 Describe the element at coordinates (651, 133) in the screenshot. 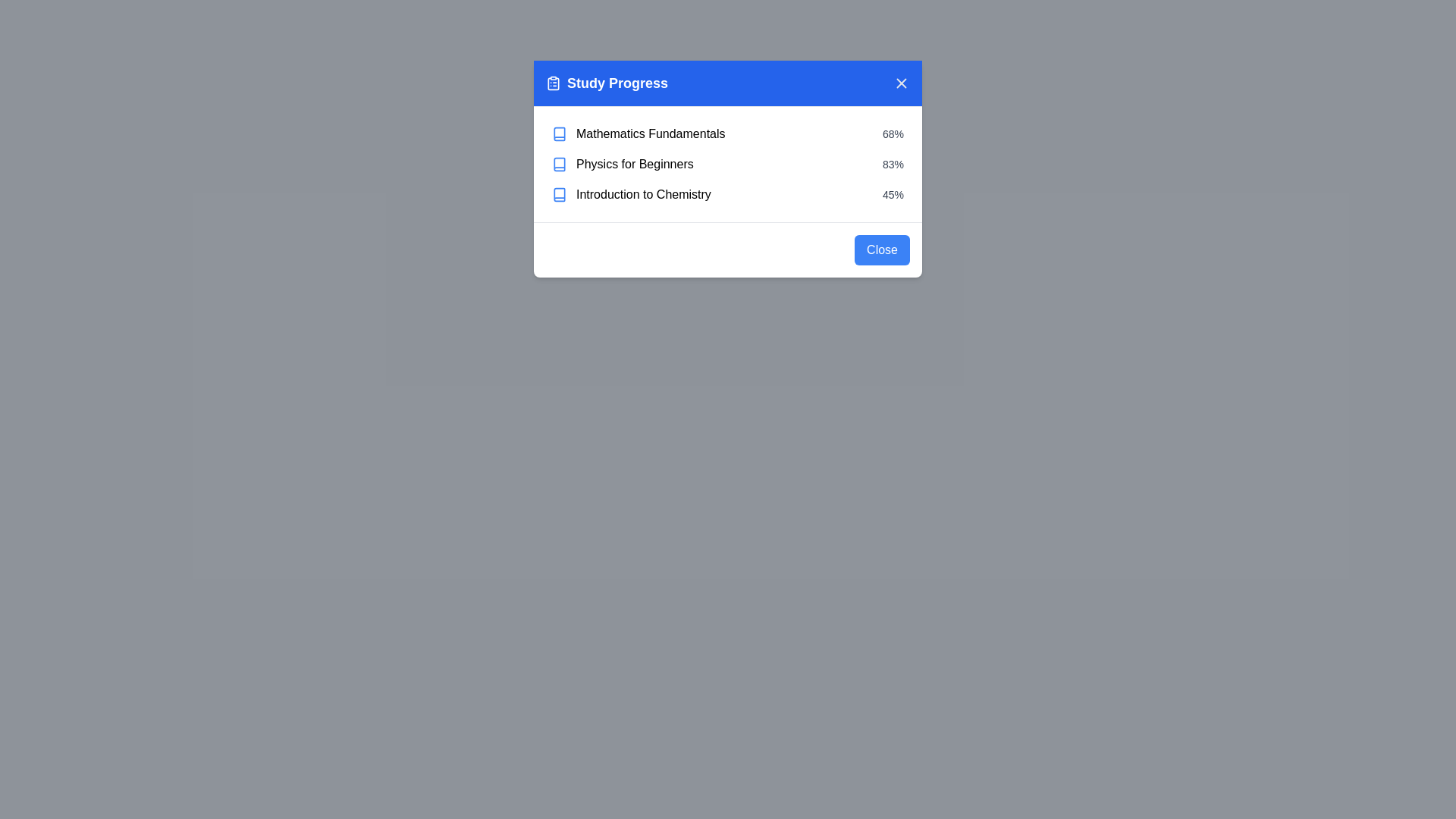

I see `the text label for the first item in the 'Study Progress' list` at that location.